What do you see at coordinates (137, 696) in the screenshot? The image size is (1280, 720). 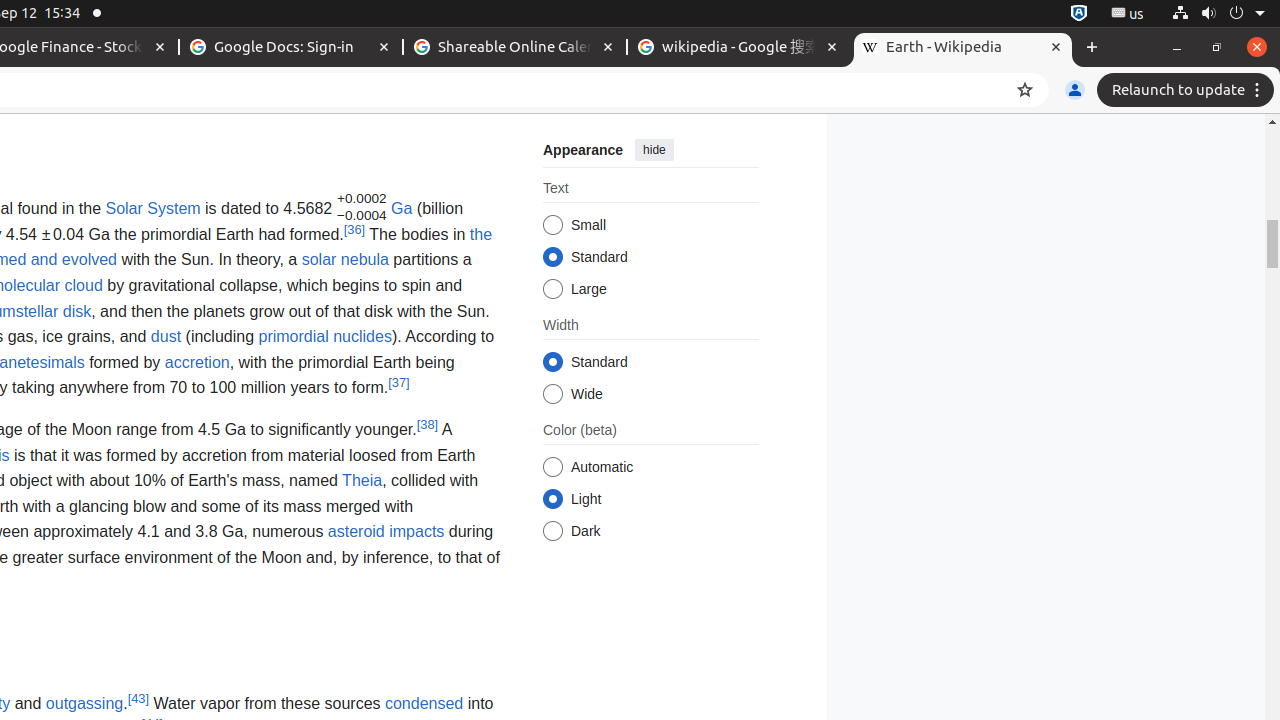 I see `'[43]'` at bounding box center [137, 696].